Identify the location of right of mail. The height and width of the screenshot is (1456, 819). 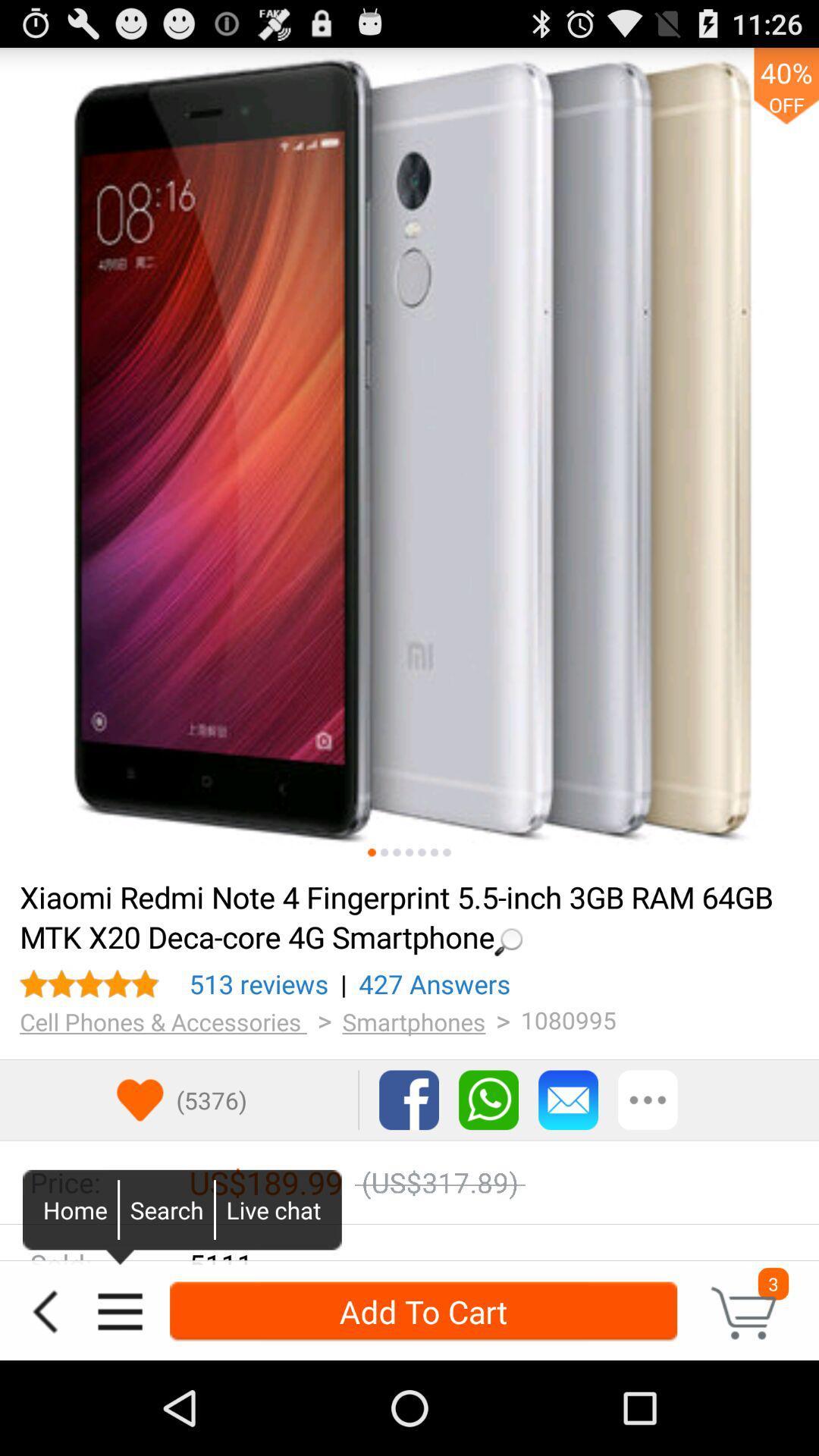
(648, 1100).